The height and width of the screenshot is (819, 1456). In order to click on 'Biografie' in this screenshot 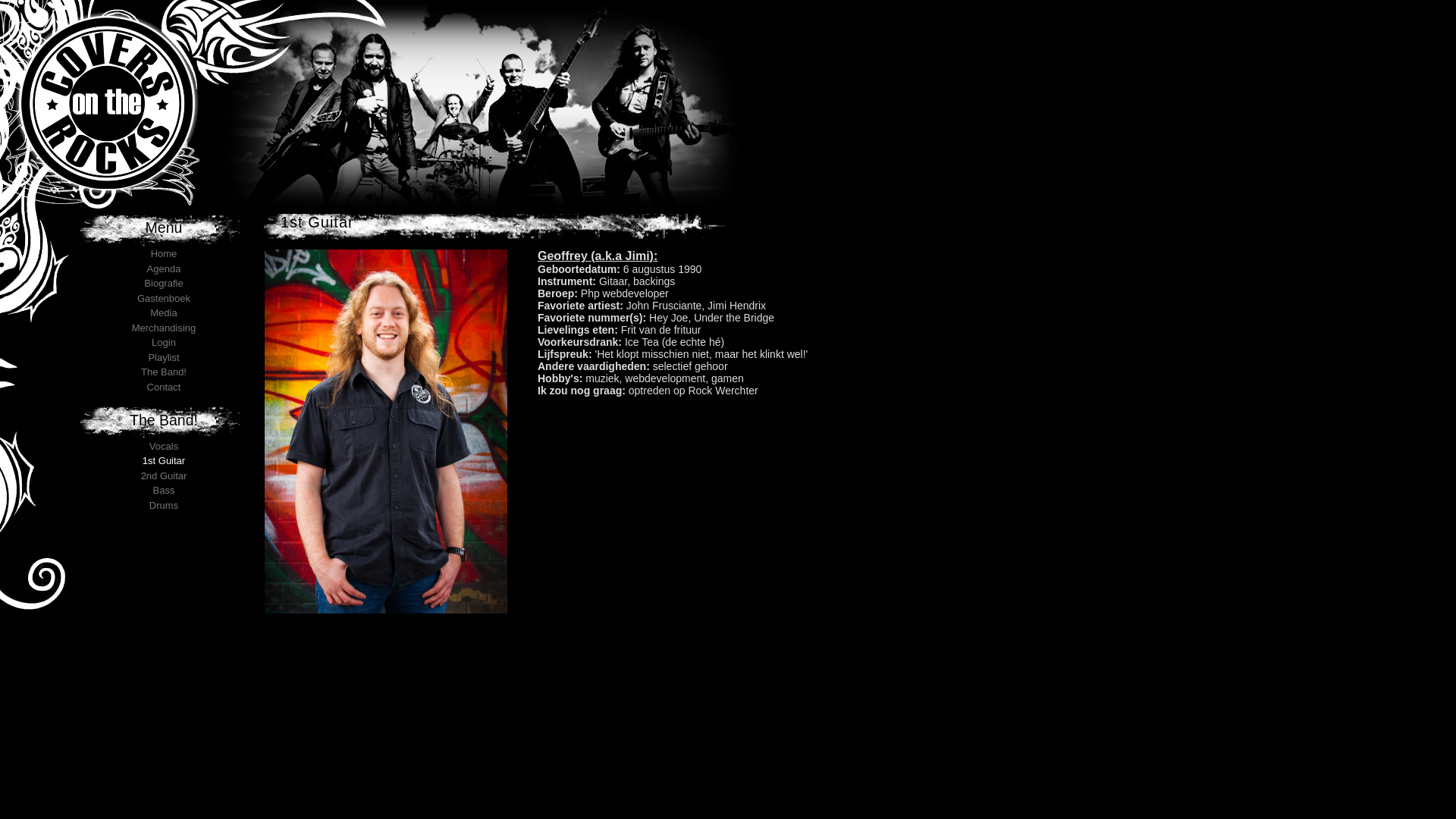, I will do `click(144, 283)`.